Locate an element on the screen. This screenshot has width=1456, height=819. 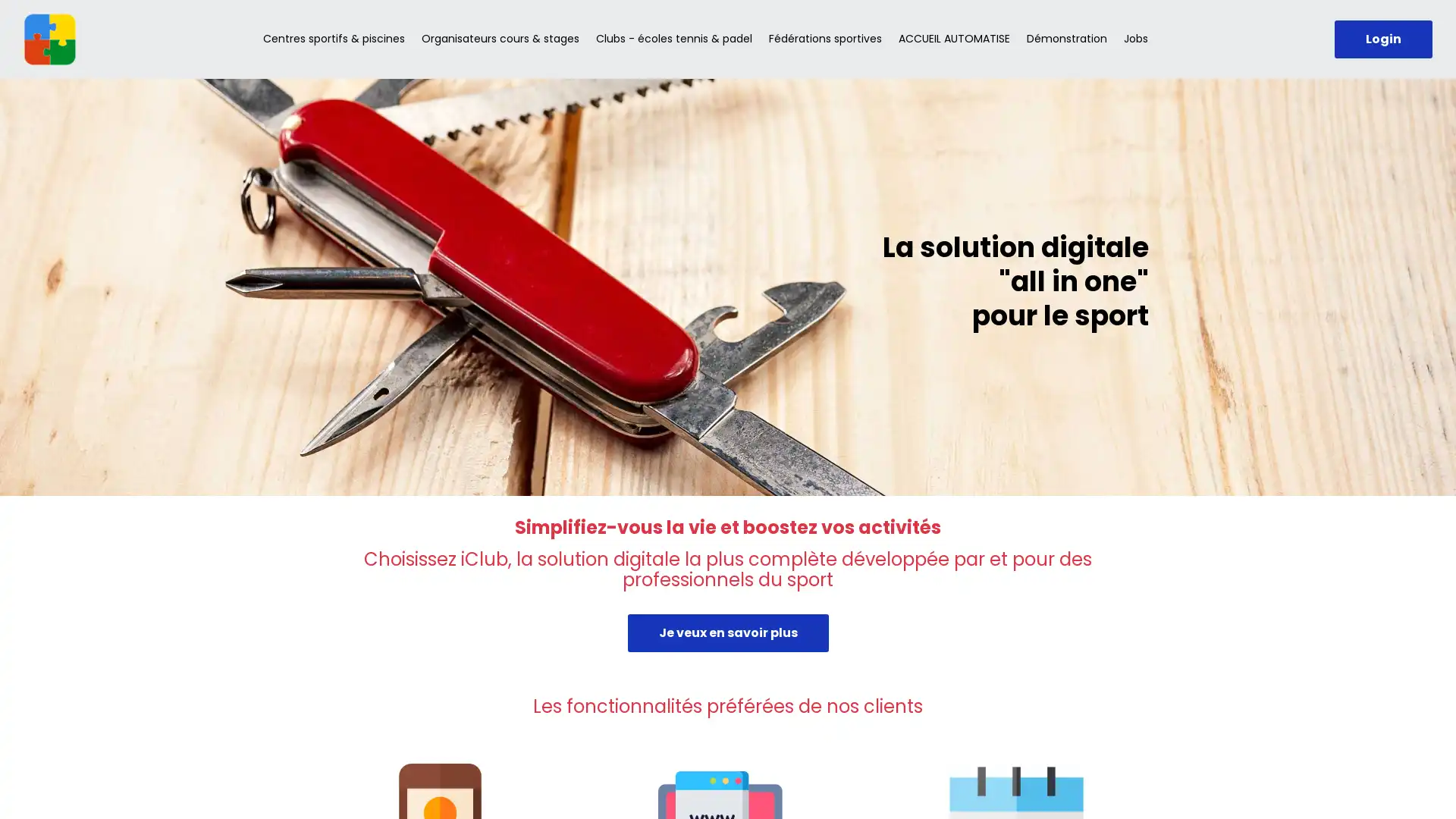
Jobs is located at coordinates (1135, 38).